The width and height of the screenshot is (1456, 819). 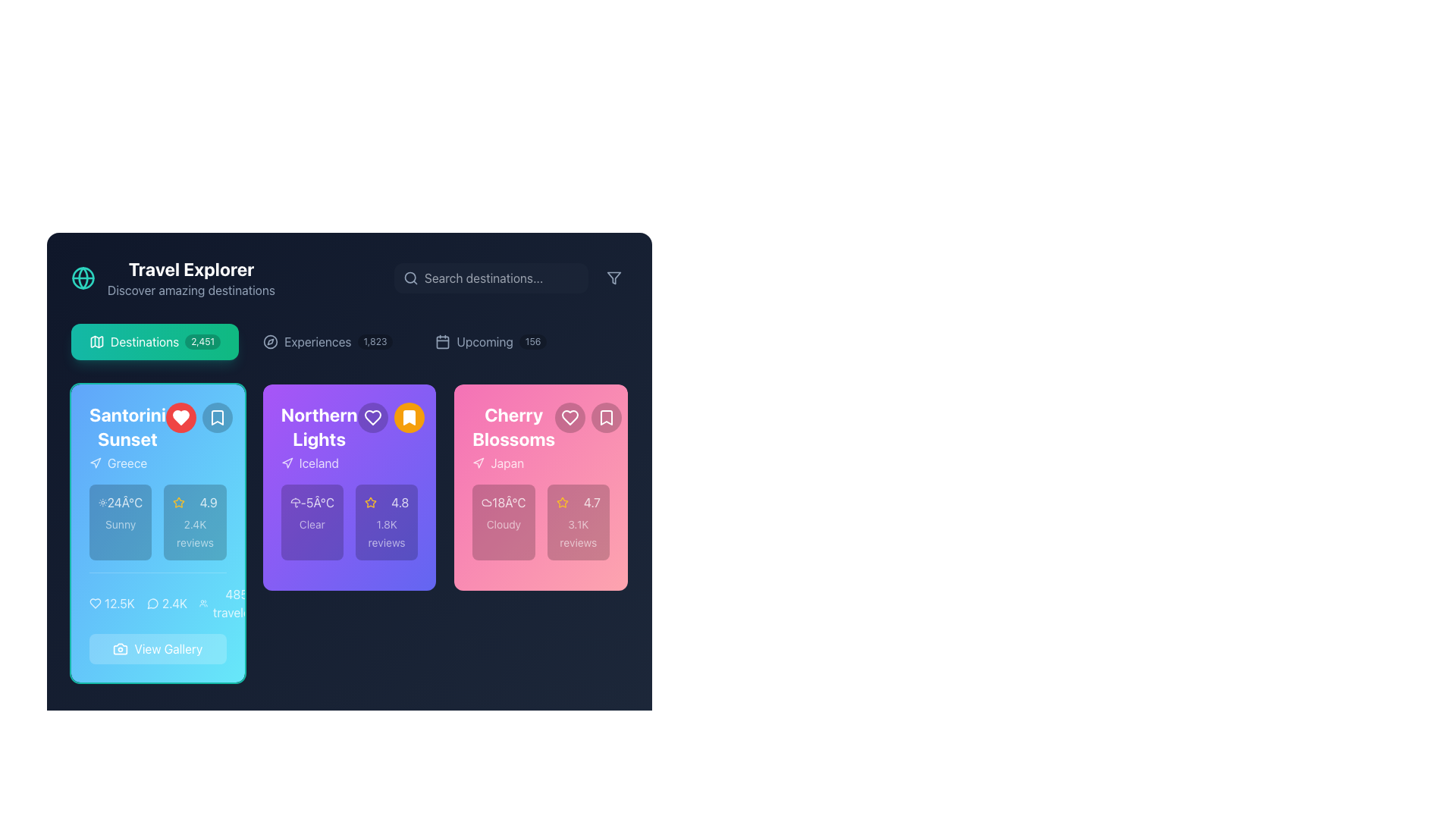 I want to click on the sunny weather icon located within the 'Santorini Sunset' card, so click(x=102, y=503).